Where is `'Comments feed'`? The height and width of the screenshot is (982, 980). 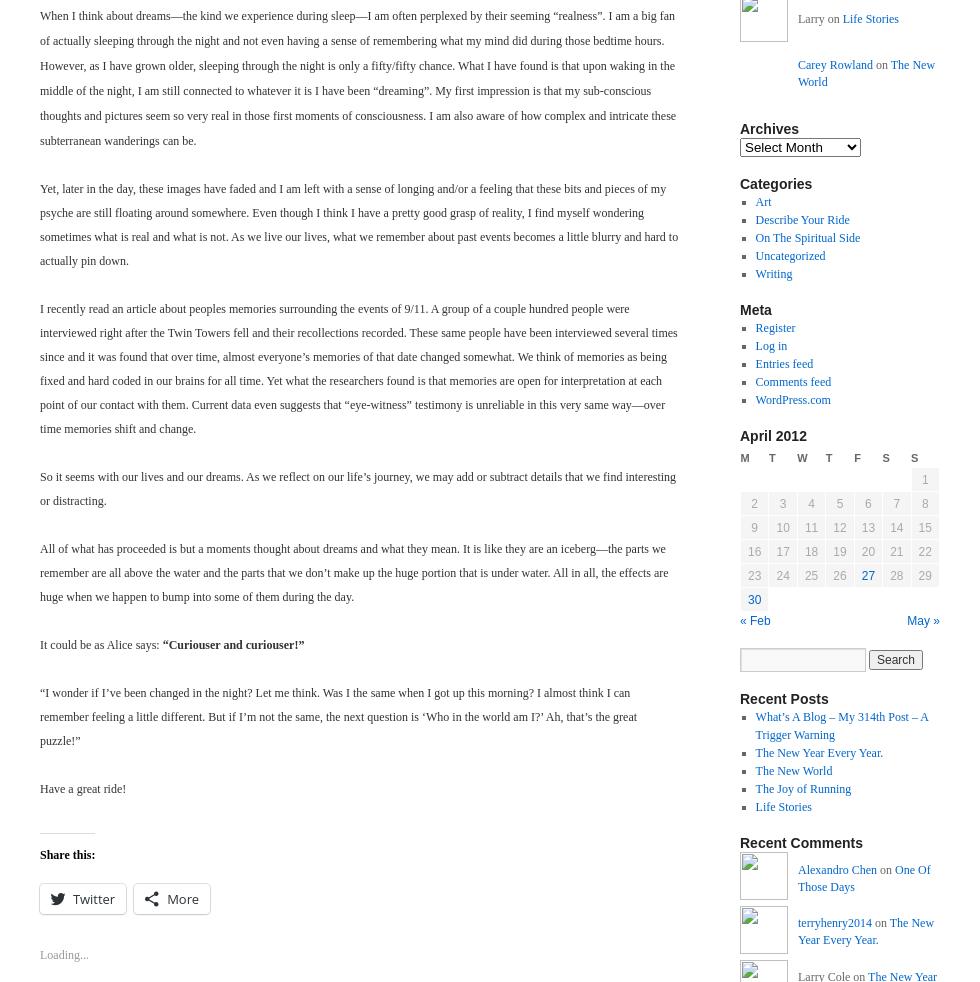 'Comments feed' is located at coordinates (754, 381).